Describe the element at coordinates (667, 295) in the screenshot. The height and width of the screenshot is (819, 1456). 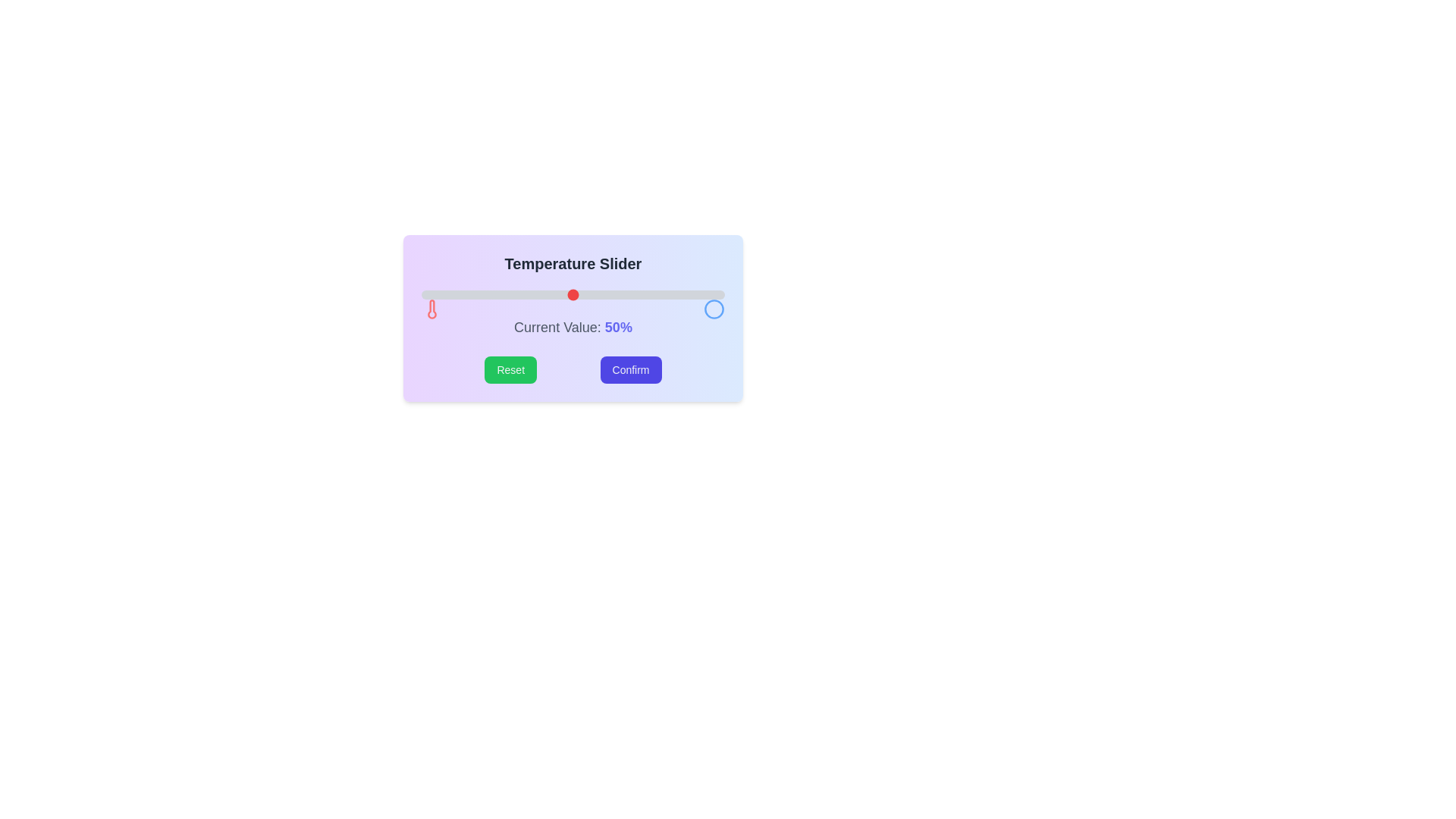
I see `the slider to set the value to 81` at that location.